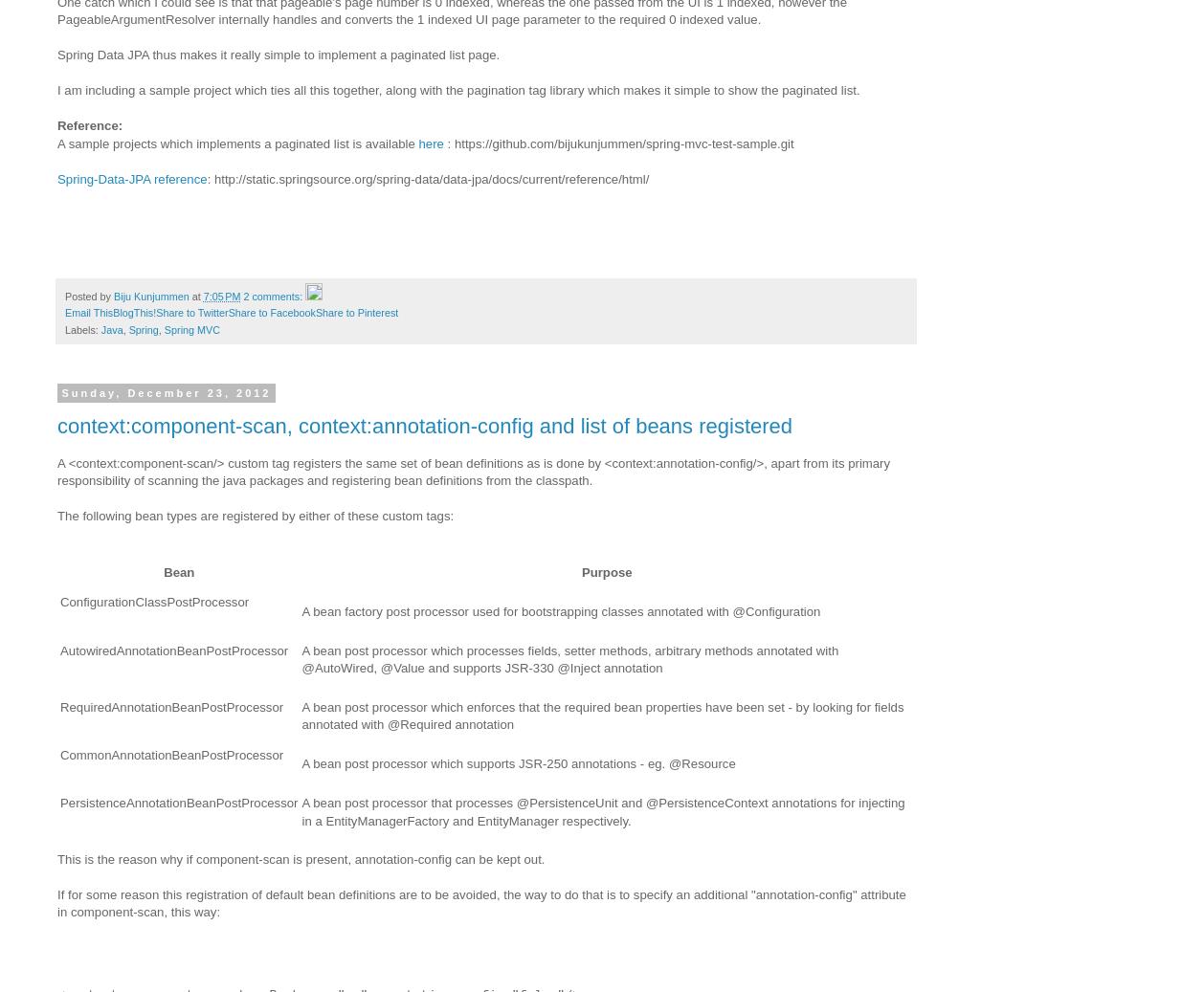 This screenshot has width=1204, height=992. I want to click on 'Share to Pinterest', so click(313, 311).